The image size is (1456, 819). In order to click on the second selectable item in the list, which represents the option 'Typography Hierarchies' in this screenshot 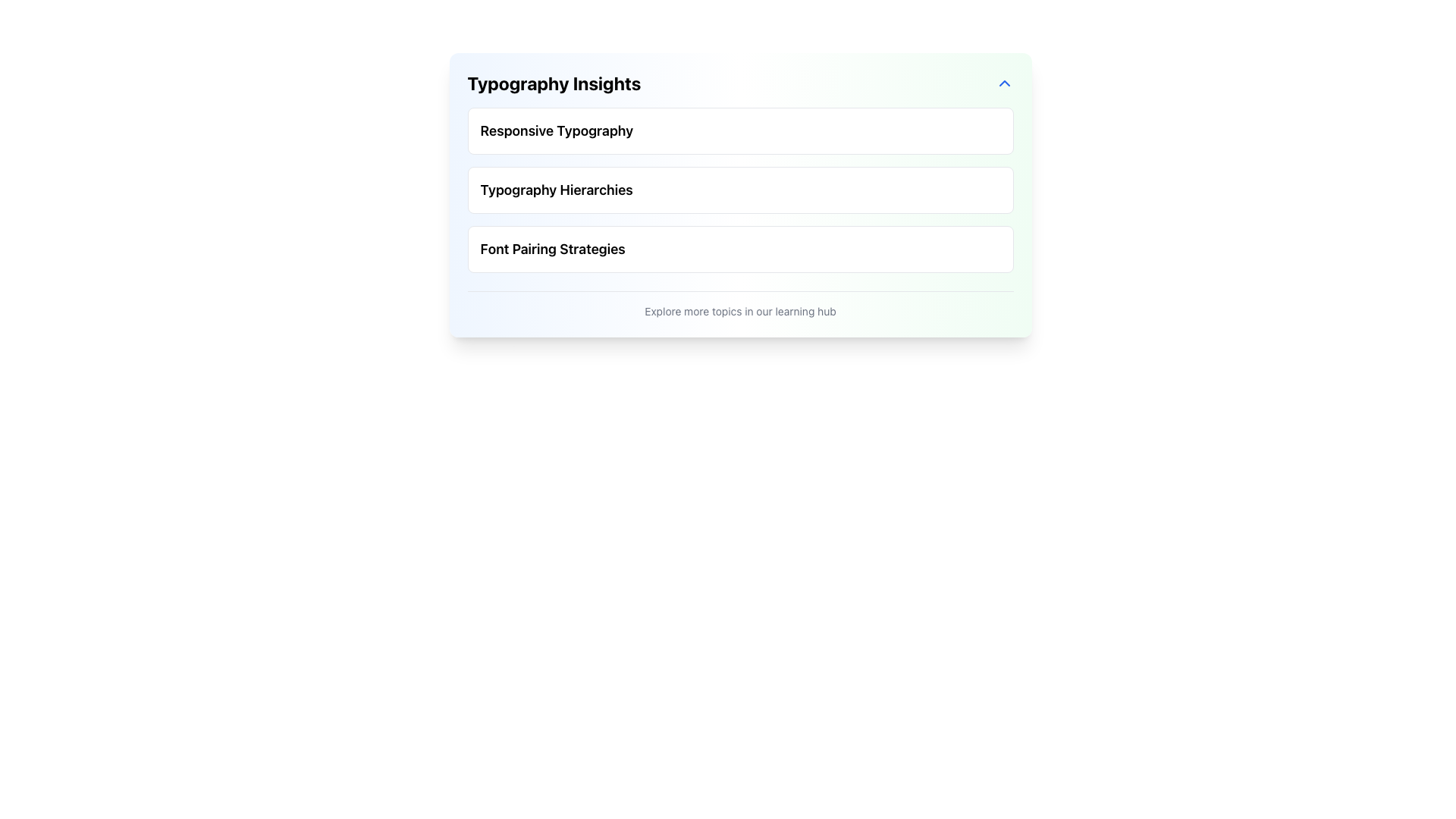, I will do `click(740, 189)`.